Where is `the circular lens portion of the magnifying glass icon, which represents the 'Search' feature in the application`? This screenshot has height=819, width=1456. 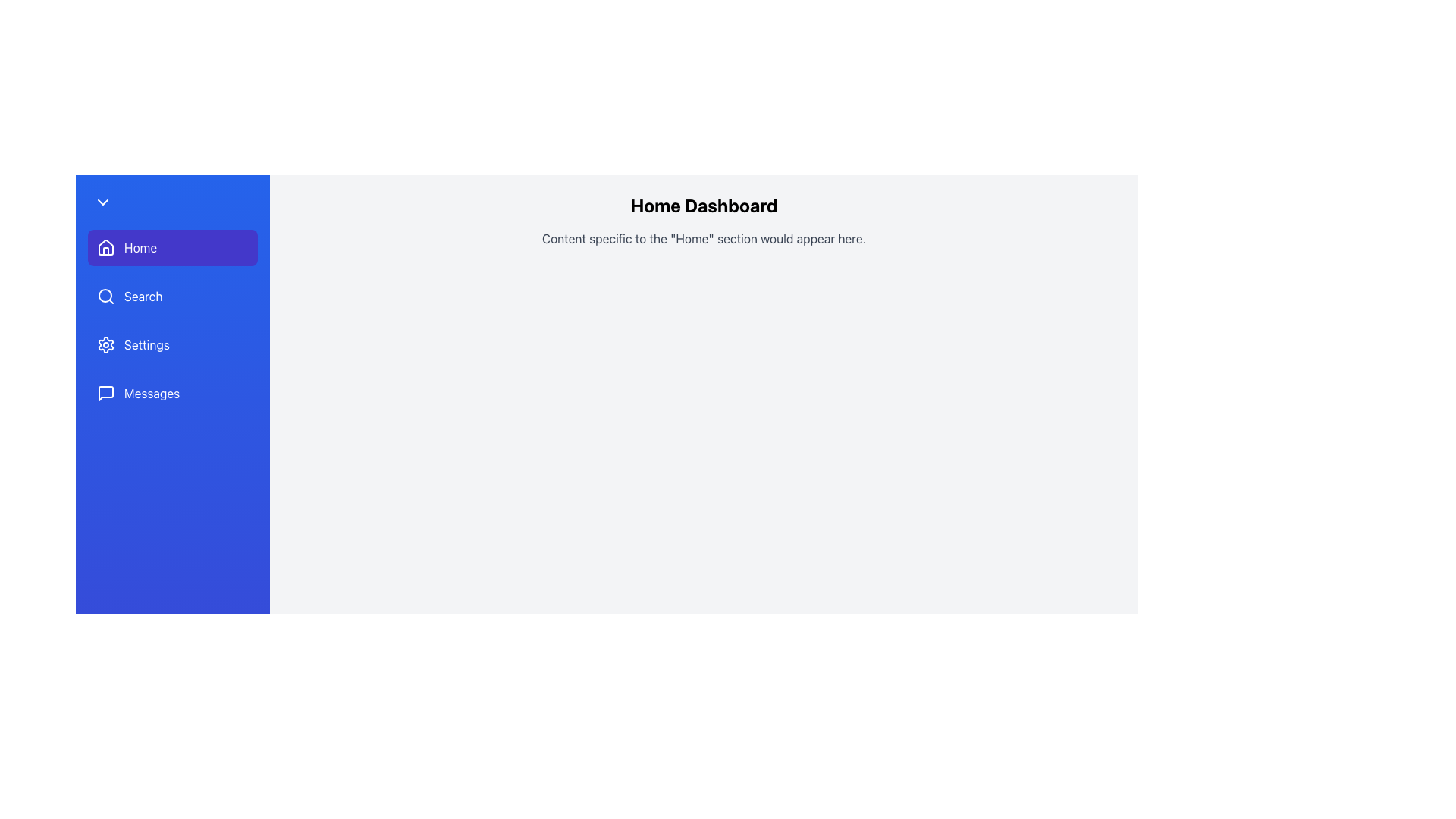 the circular lens portion of the magnifying glass icon, which represents the 'Search' feature in the application is located at coordinates (105, 295).